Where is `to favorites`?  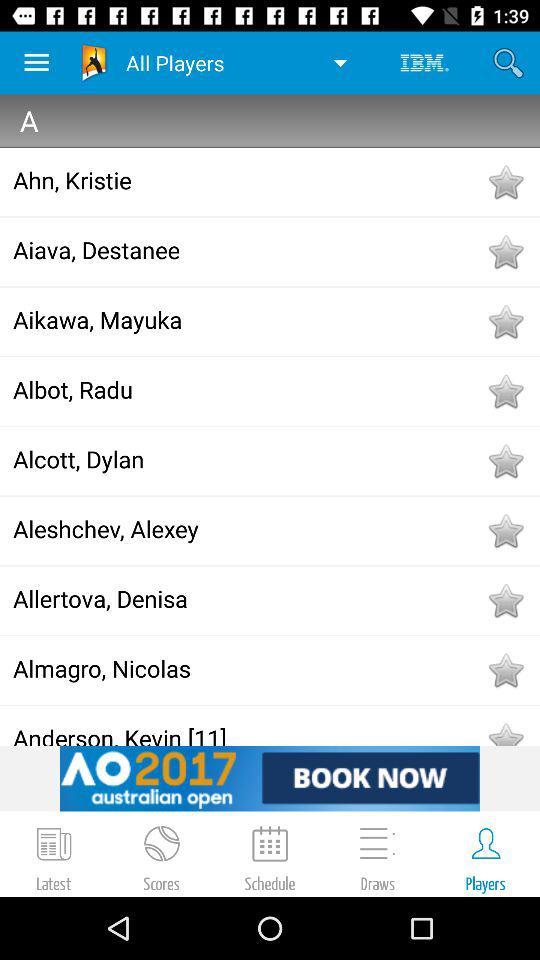 to favorites is located at coordinates (504, 390).